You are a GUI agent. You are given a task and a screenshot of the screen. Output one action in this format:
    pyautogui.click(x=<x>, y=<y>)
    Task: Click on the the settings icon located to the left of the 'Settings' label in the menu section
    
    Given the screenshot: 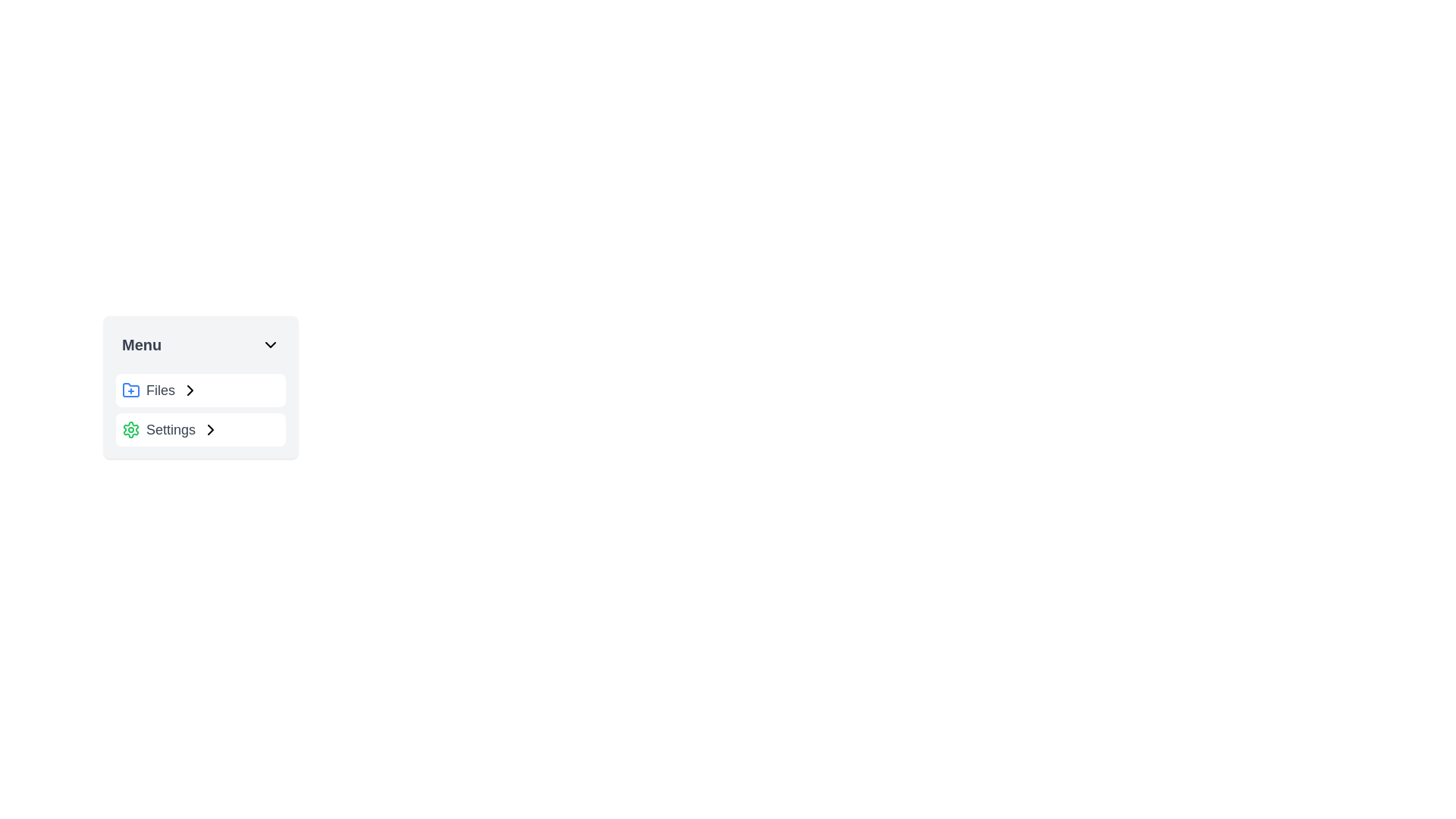 What is the action you would take?
    pyautogui.click(x=130, y=430)
    